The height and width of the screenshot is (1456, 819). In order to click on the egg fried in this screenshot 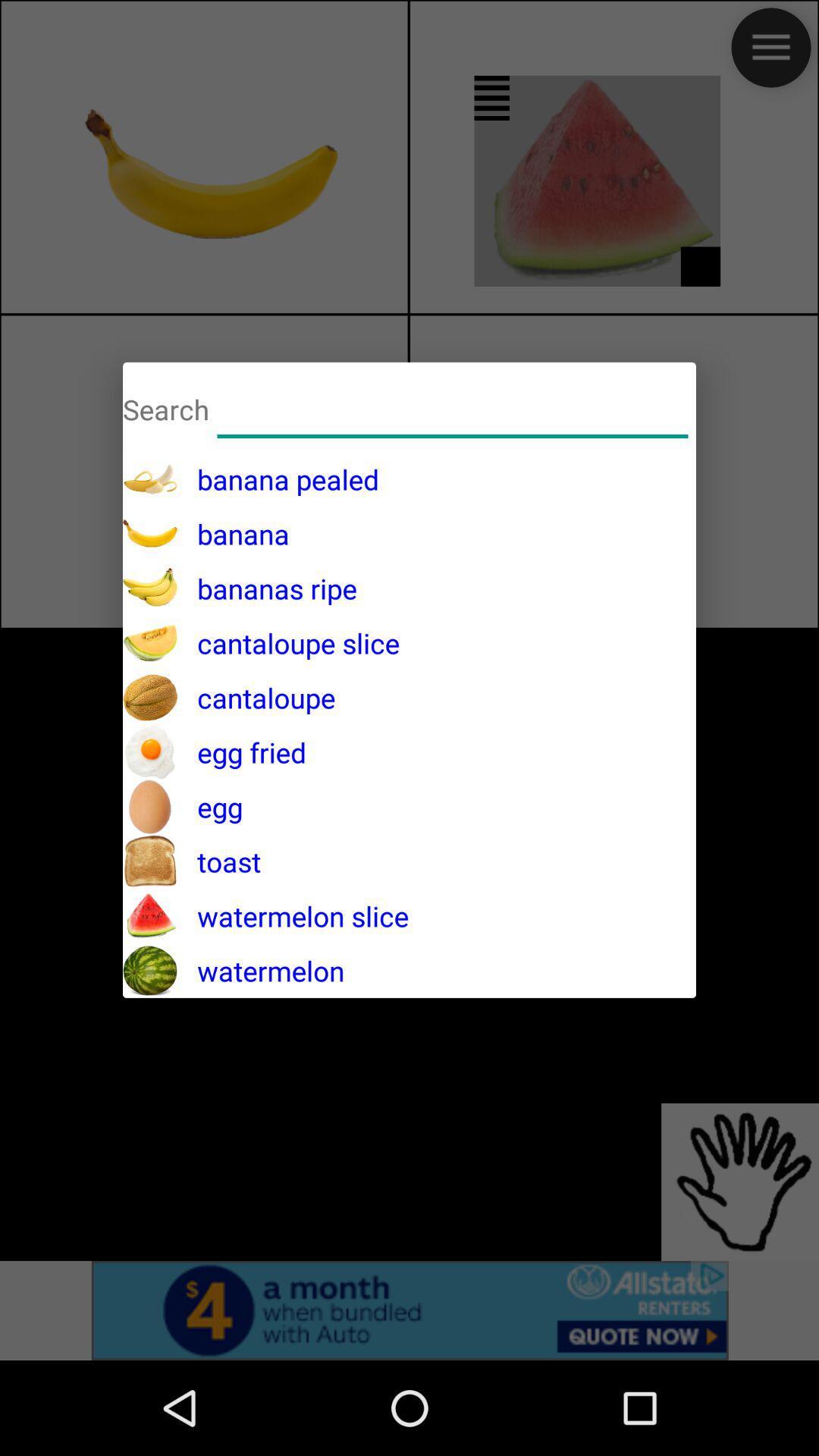, I will do `click(241, 752)`.